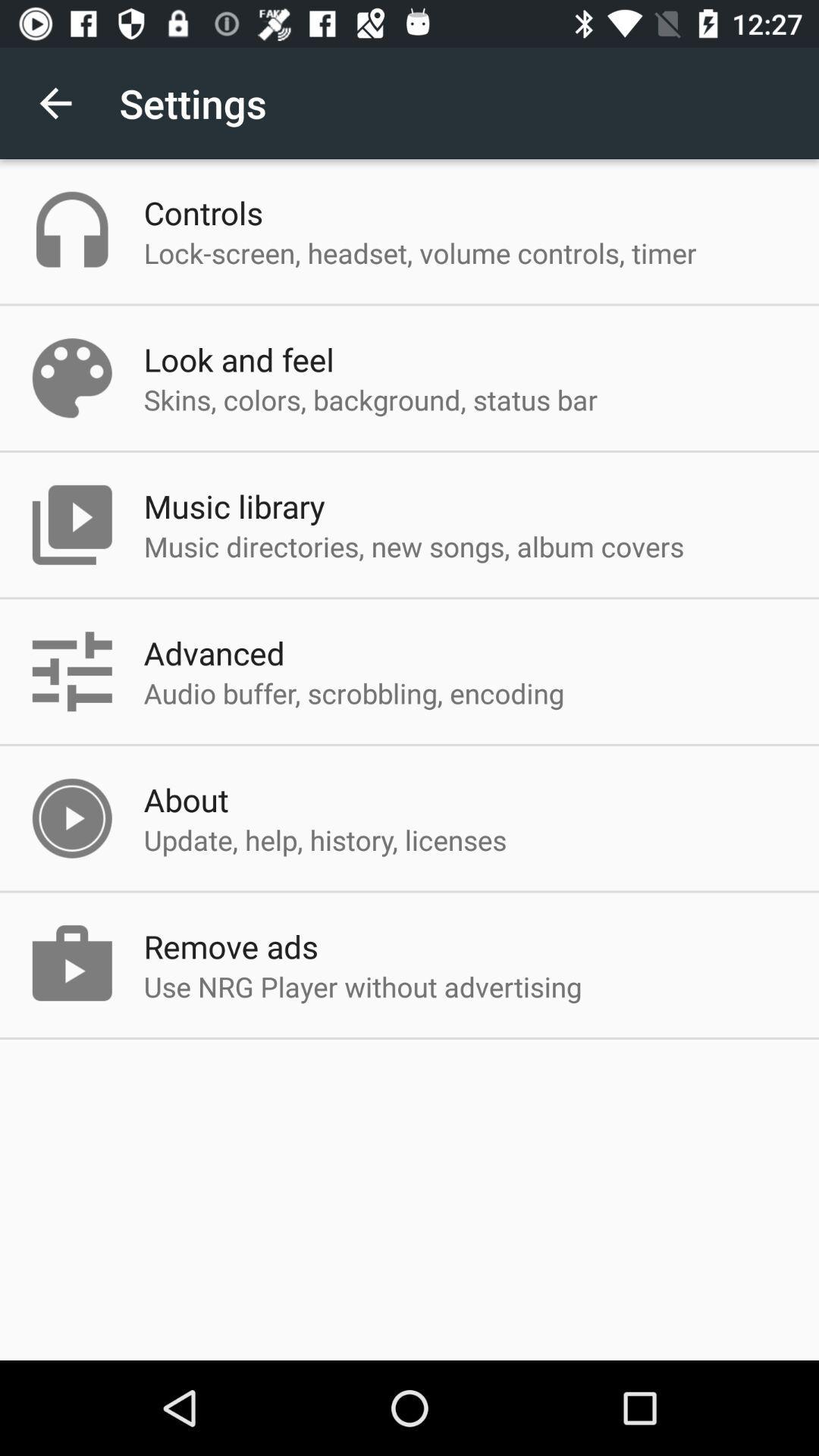  I want to click on app below music library item, so click(414, 546).